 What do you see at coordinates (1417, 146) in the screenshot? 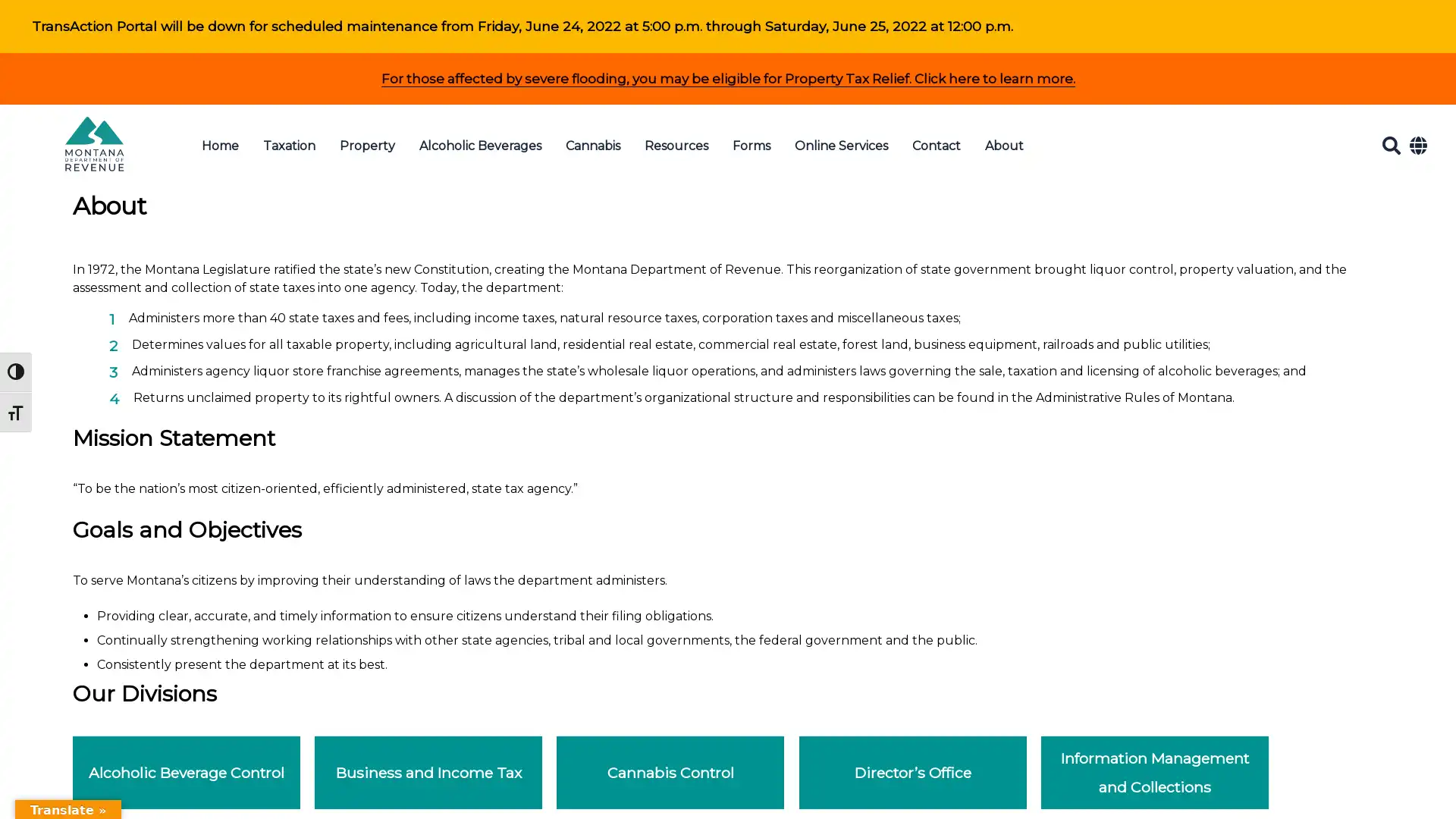
I see `Translate` at bounding box center [1417, 146].